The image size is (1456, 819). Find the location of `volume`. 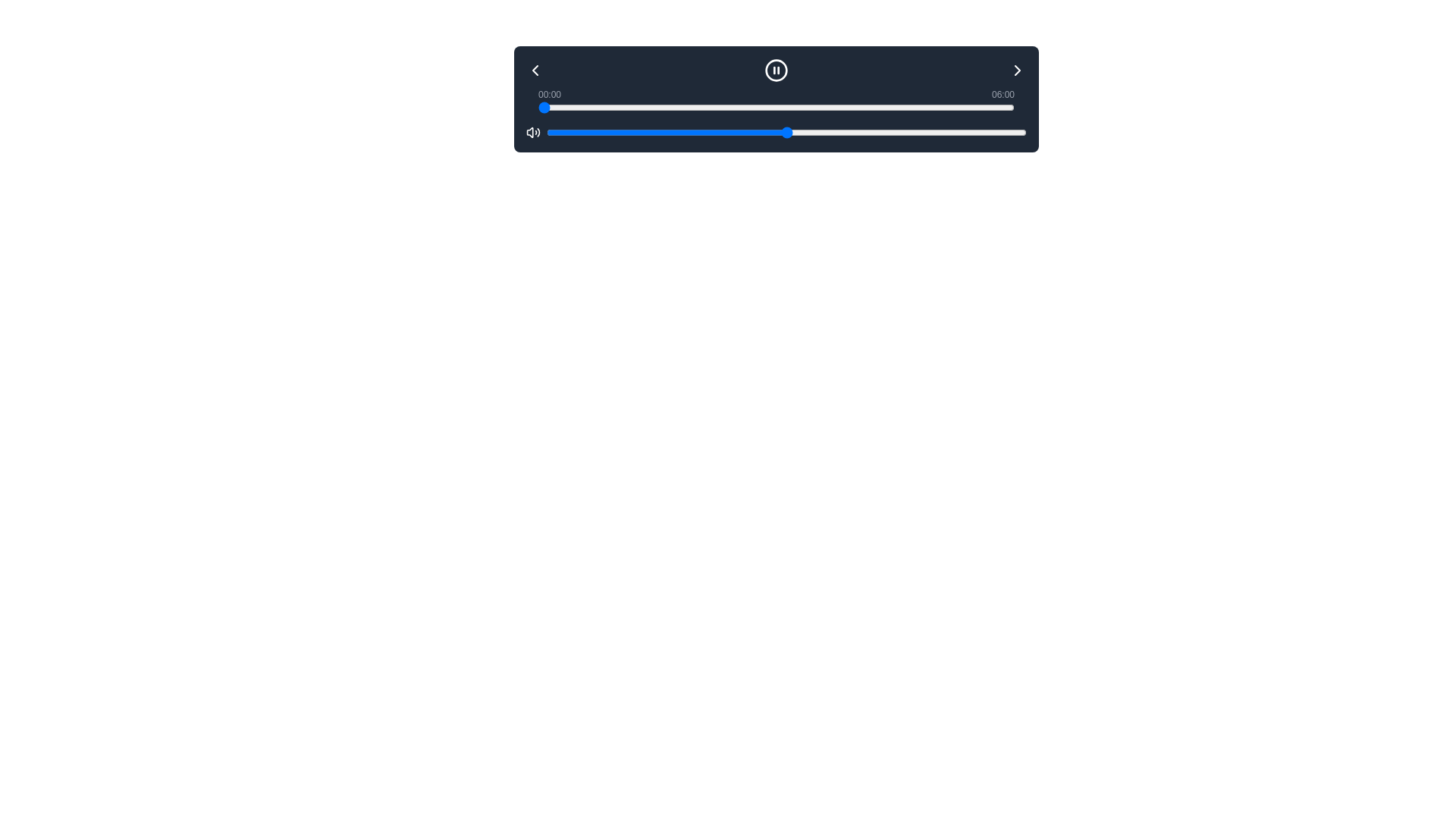

volume is located at coordinates (959, 131).